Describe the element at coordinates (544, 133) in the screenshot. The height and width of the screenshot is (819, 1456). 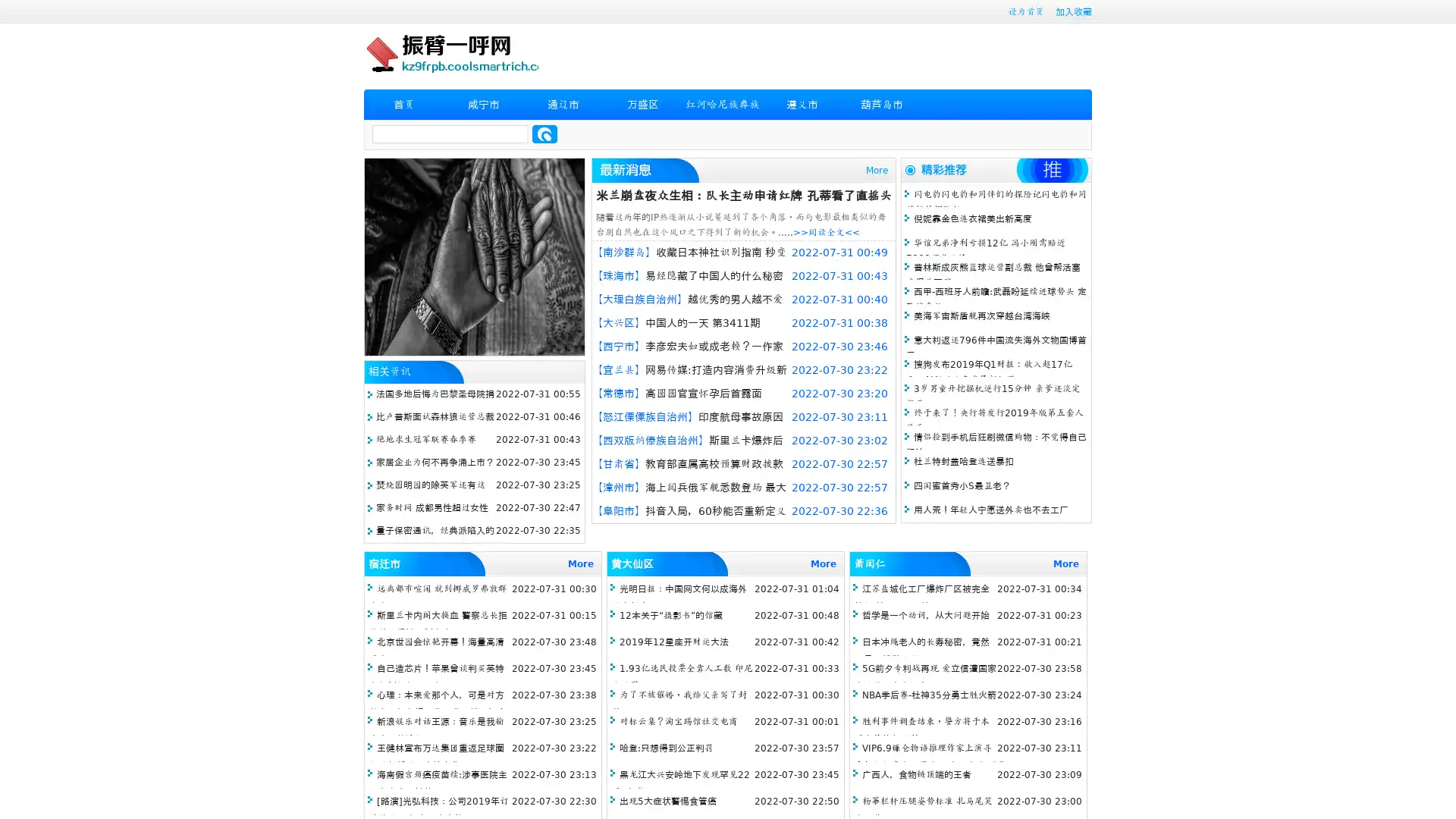
I see `Search` at that location.